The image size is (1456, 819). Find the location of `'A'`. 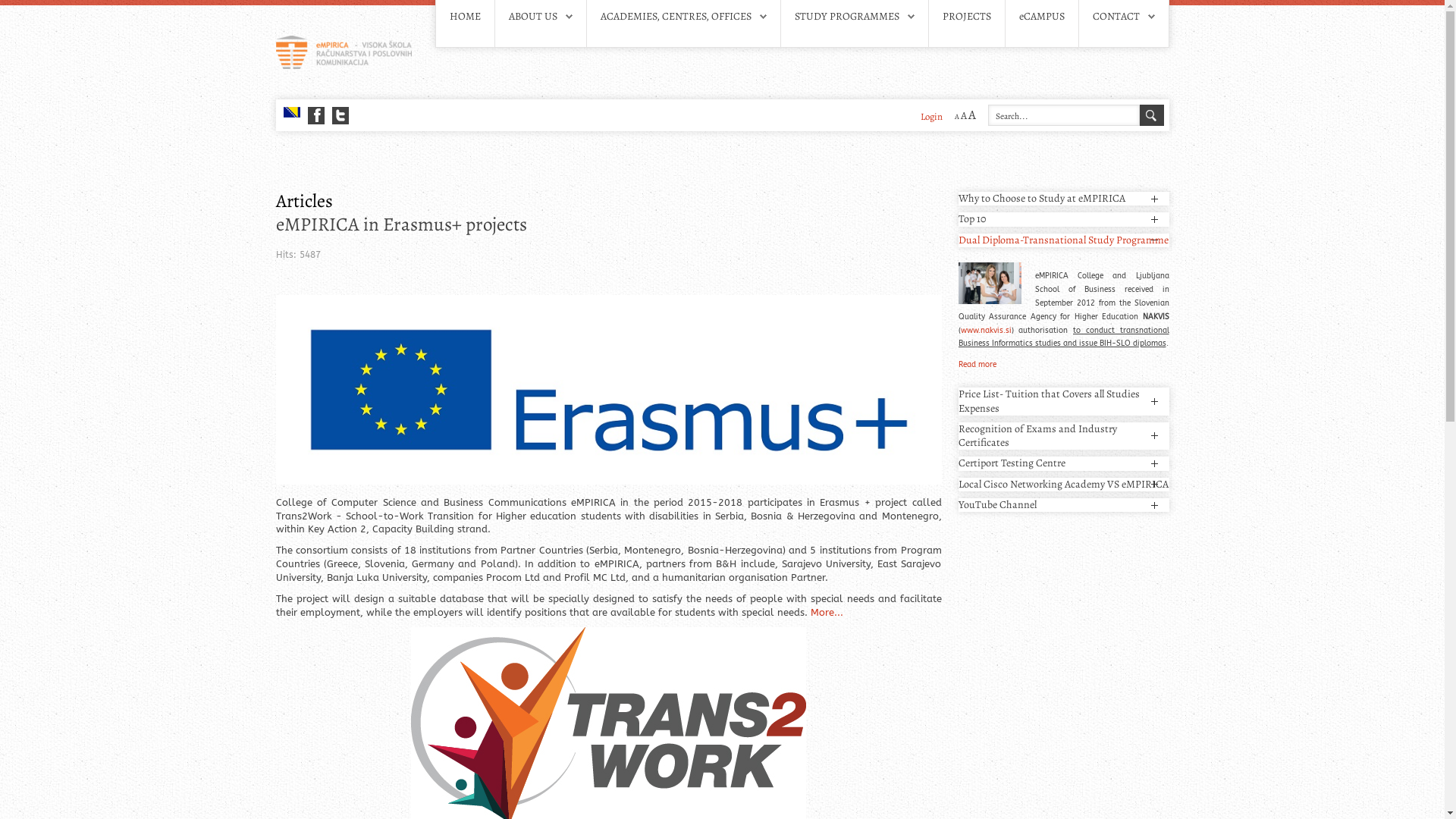

'A' is located at coordinates (955, 115).